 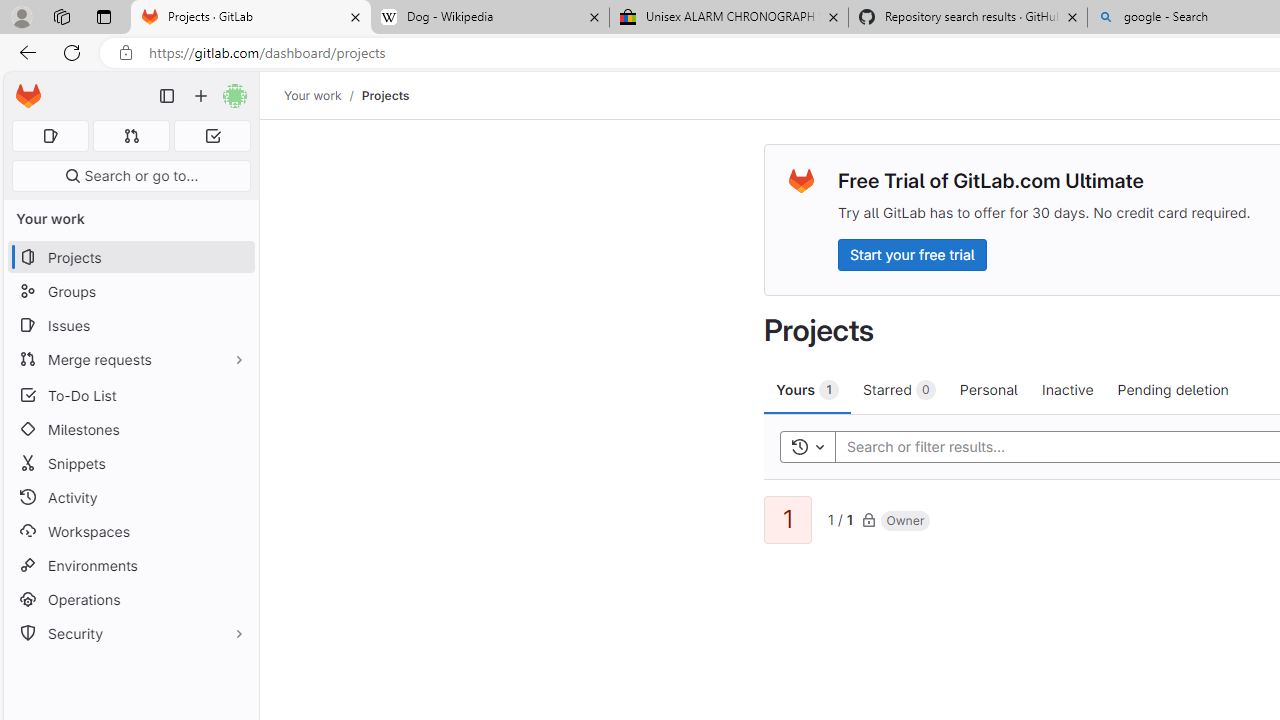 What do you see at coordinates (130, 565) in the screenshot?
I see `'Environments'` at bounding box center [130, 565].